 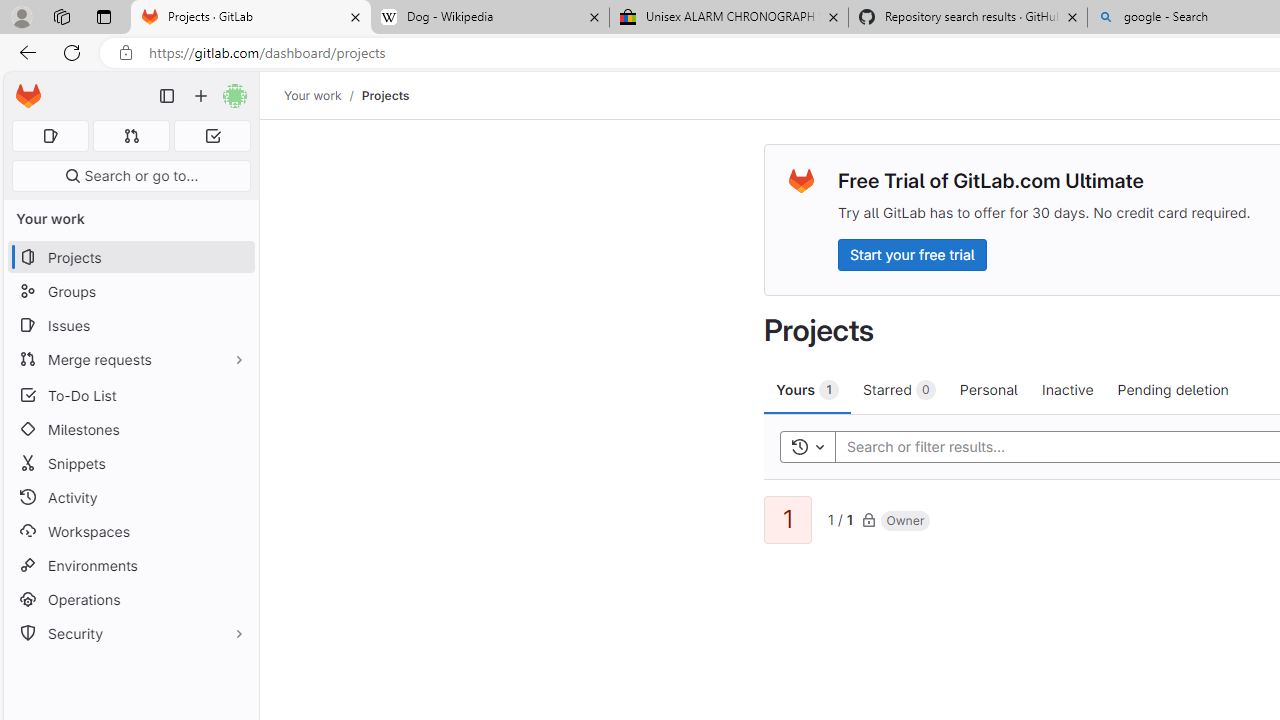 What do you see at coordinates (130, 565) in the screenshot?
I see `'Environments'` at bounding box center [130, 565].